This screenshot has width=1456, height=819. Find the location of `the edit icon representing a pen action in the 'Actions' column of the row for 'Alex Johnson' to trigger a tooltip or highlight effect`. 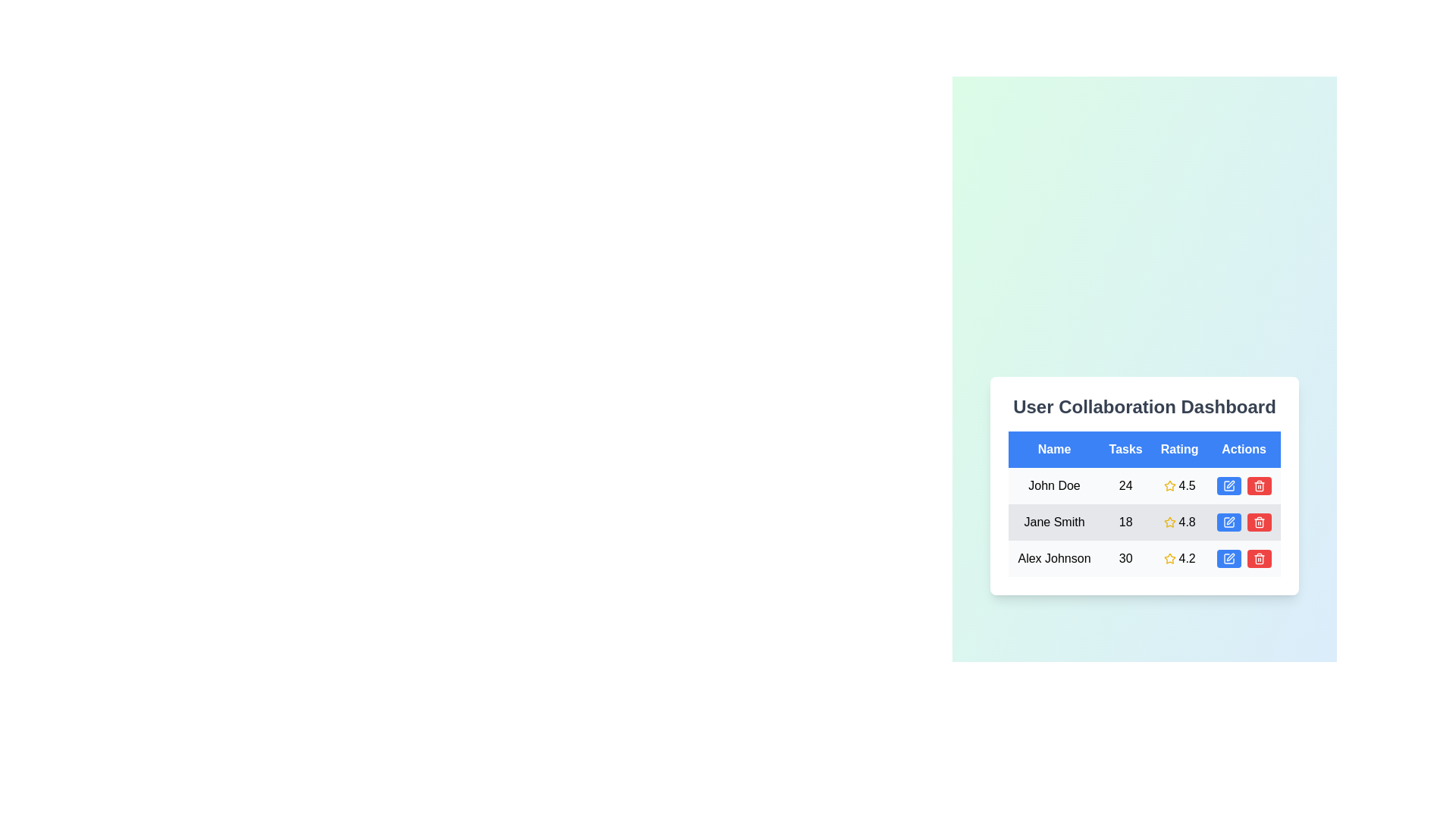

the edit icon representing a pen action in the 'Actions' column of the row for 'Alex Johnson' to trigger a tooltip or highlight effect is located at coordinates (1228, 558).